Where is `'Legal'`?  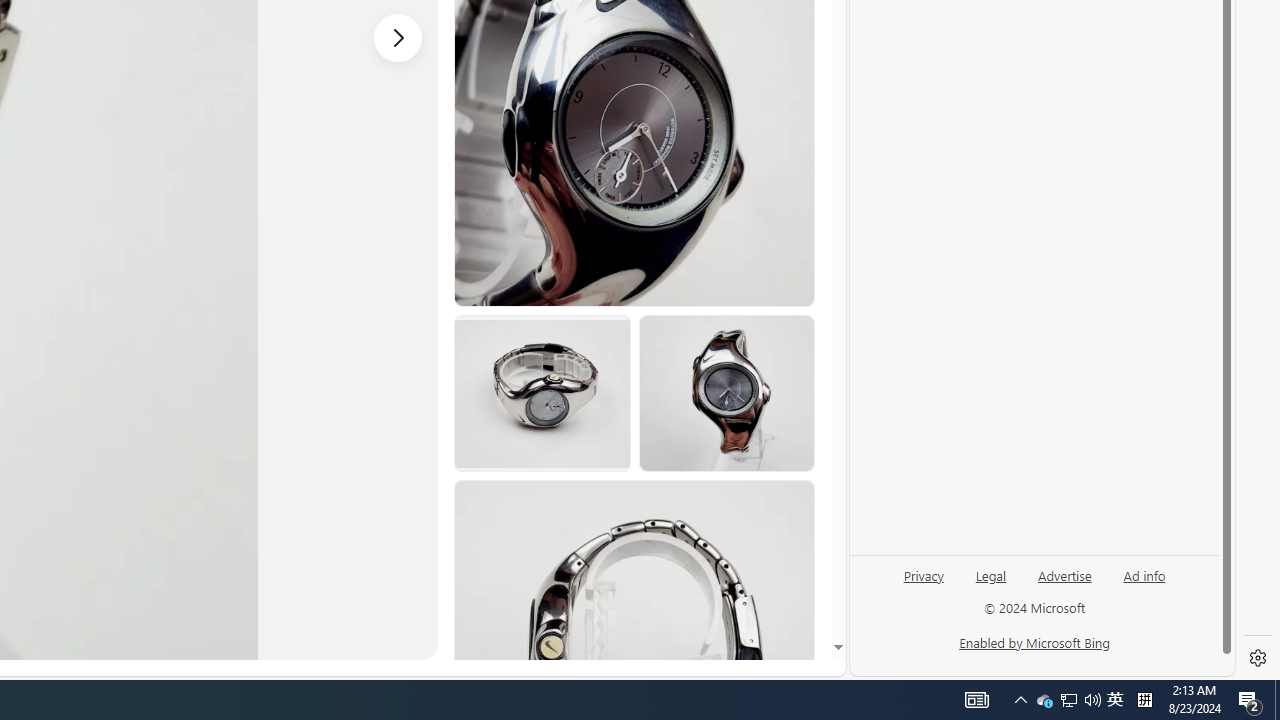 'Legal' is located at coordinates (990, 583).